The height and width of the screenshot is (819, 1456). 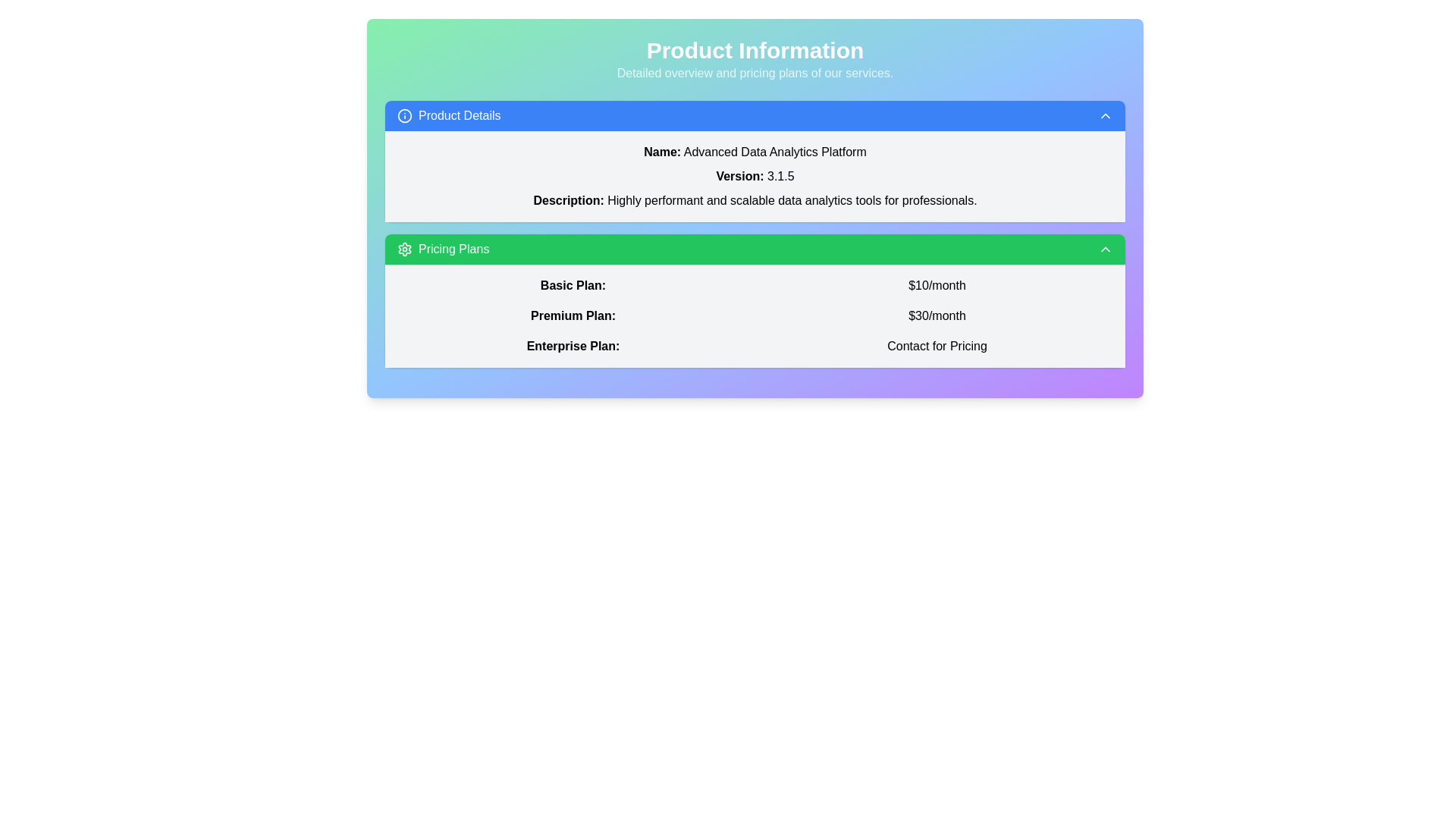 I want to click on the SVG circle icon located within the blue header section labeled 'Product Details', so click(x=404, y=115).